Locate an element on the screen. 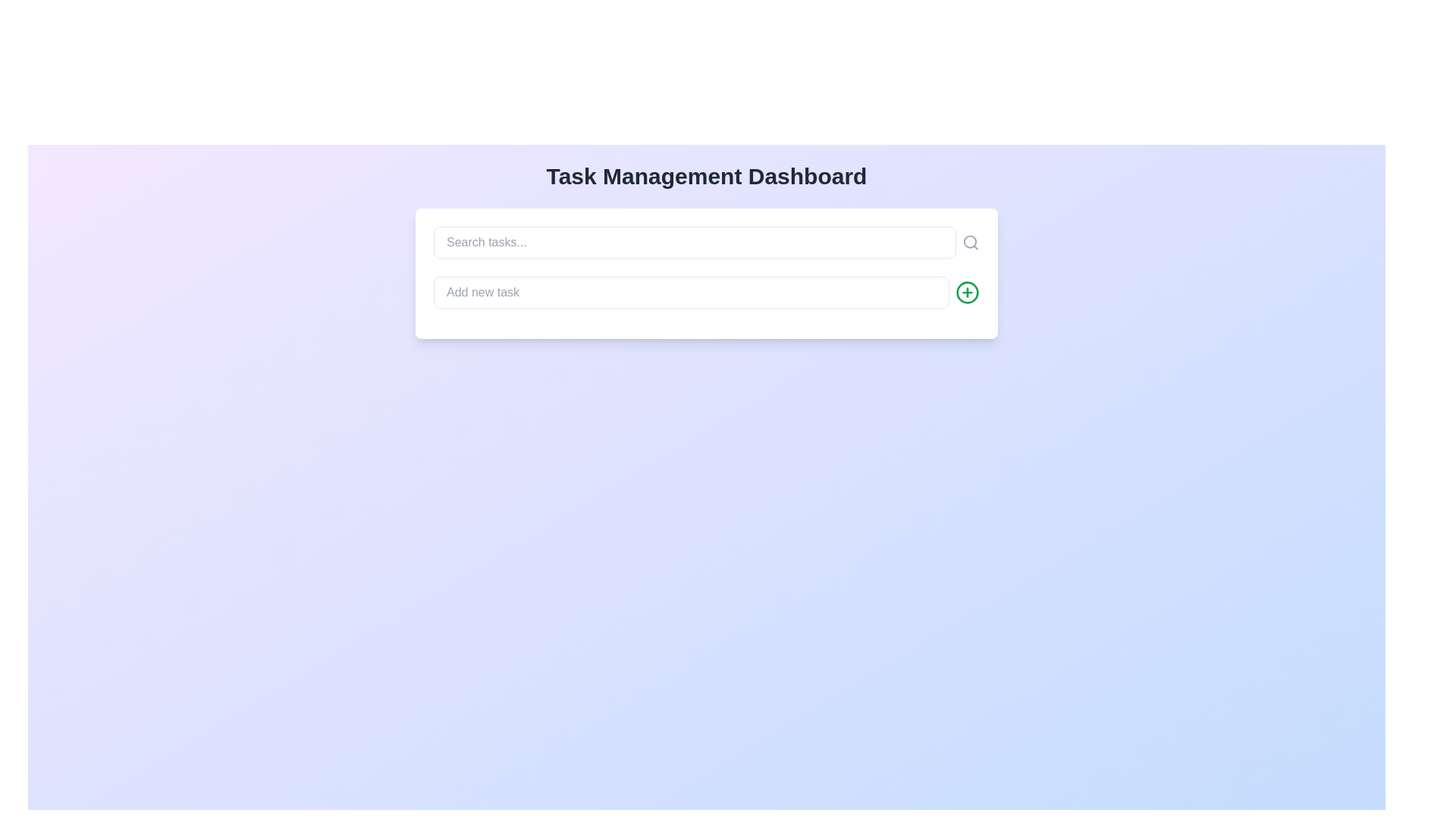 The width and height of the screenshot is (1456, 819). the text input field within the search bar located in the white rectangular card for accessibility is located at coordinates (705, 242).